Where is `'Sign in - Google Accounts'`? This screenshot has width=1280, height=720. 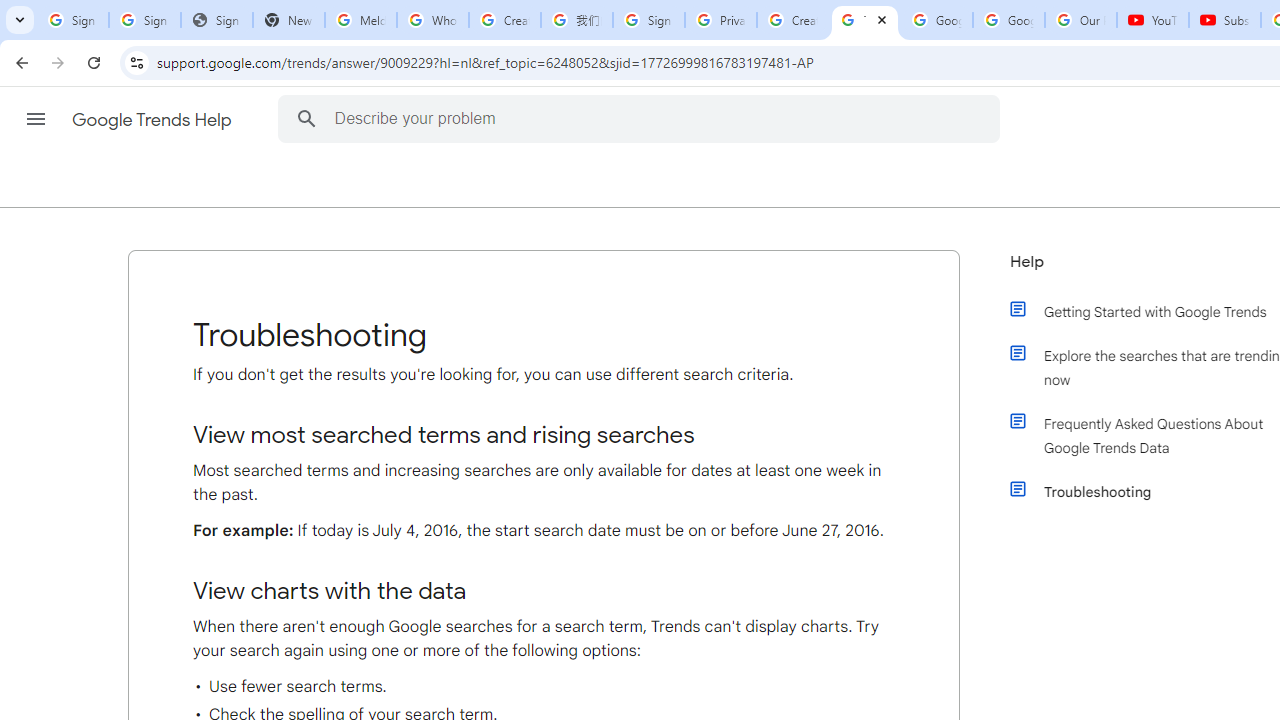
'Sign in - Google Accounts' is located at coordinates (648, 20).